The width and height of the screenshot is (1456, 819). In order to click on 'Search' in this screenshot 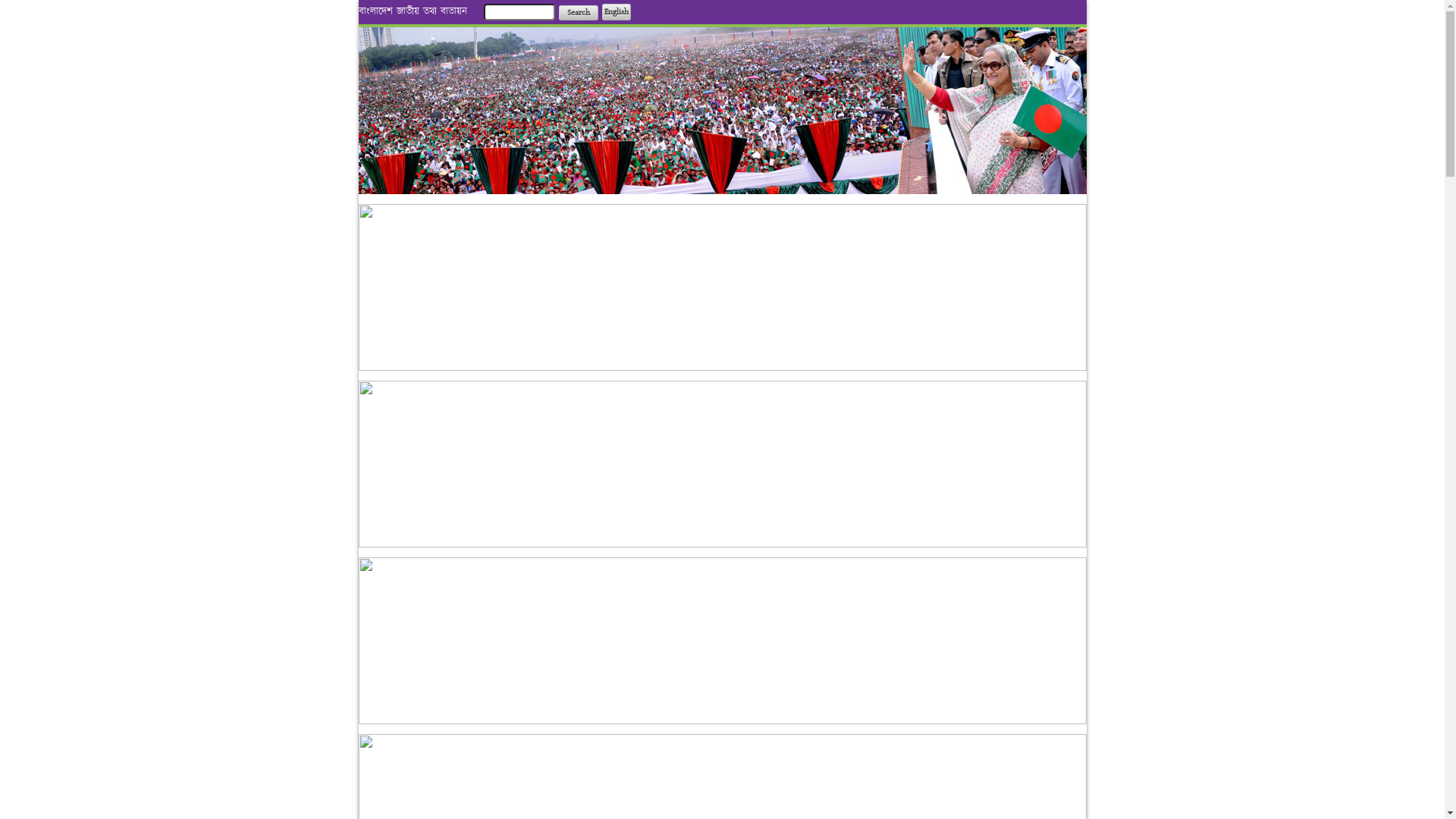, I will do `click(577, 12)`.